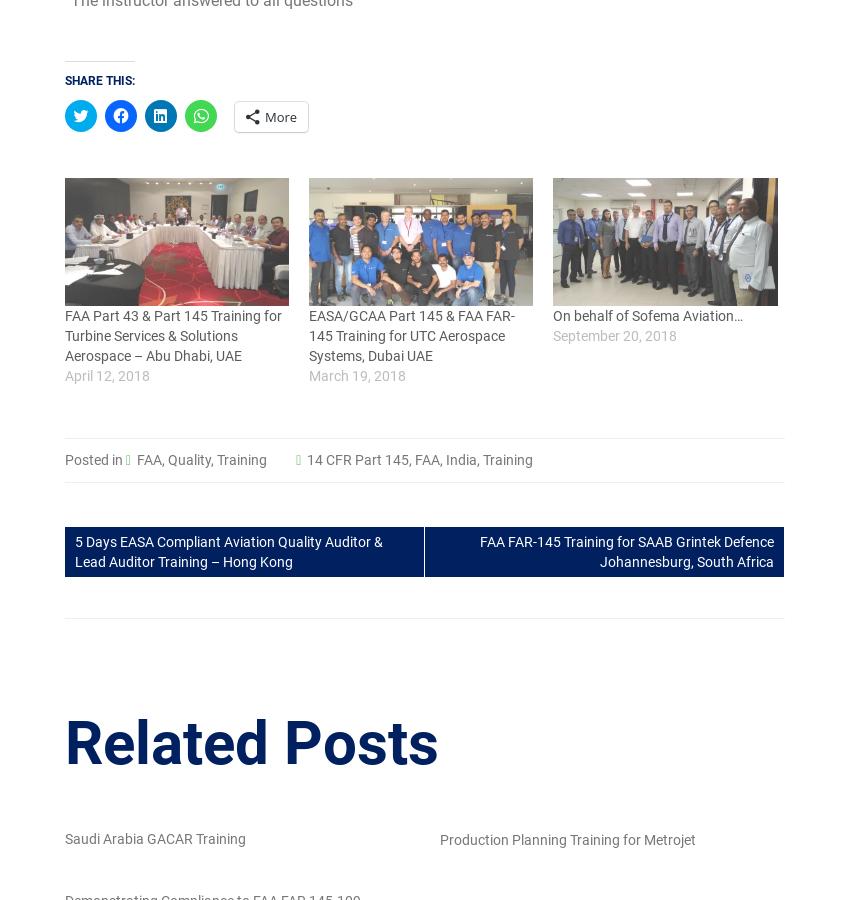 The image size is (850, 900). I want to click on 'Posted in', so click(65, 458).